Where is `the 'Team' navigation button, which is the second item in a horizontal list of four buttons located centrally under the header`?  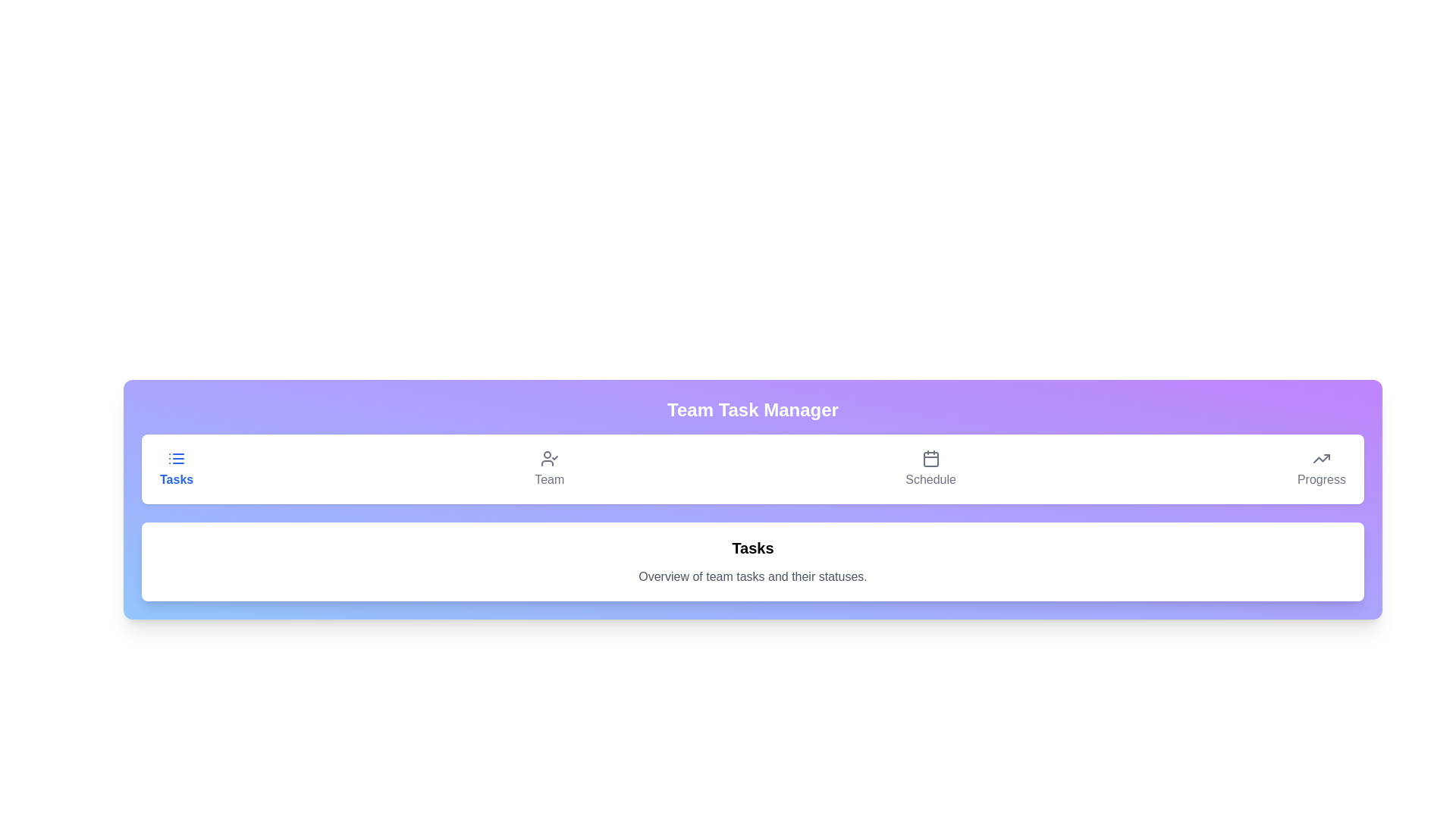 the 'Team' navigation button, which is the second item in a horizontal list of four buttons located centrally under the header is located at coordinates (548, 468).